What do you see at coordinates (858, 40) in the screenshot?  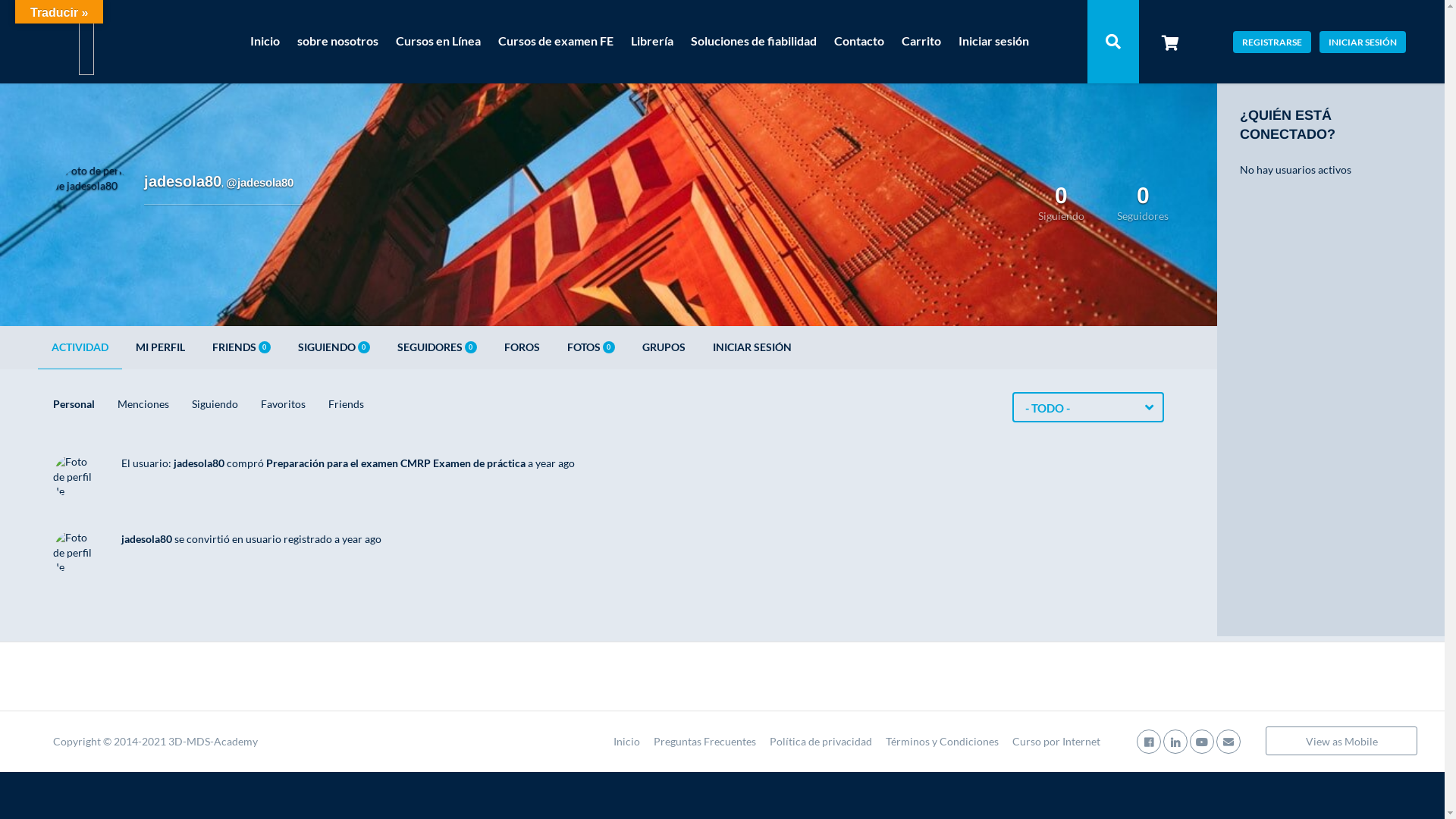 I see `'Contacto'` at bounding box center [858, 40].